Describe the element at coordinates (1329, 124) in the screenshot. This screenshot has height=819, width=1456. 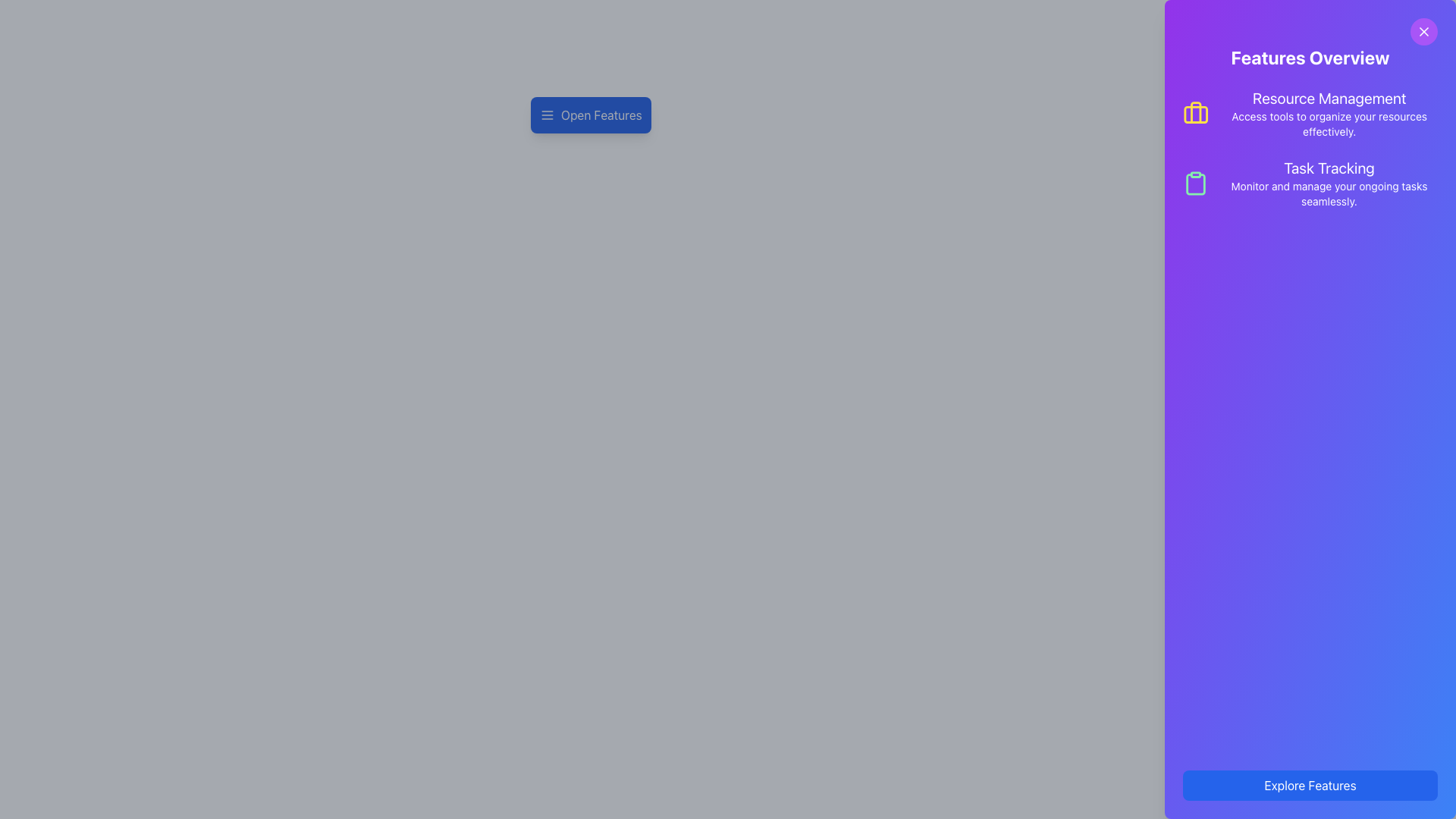
I see `the non-interactive text label providing context for the 'Resource Management' feature located in the 'Features Overview' section, positioned beneath the title 'Resource Management'` at that location.